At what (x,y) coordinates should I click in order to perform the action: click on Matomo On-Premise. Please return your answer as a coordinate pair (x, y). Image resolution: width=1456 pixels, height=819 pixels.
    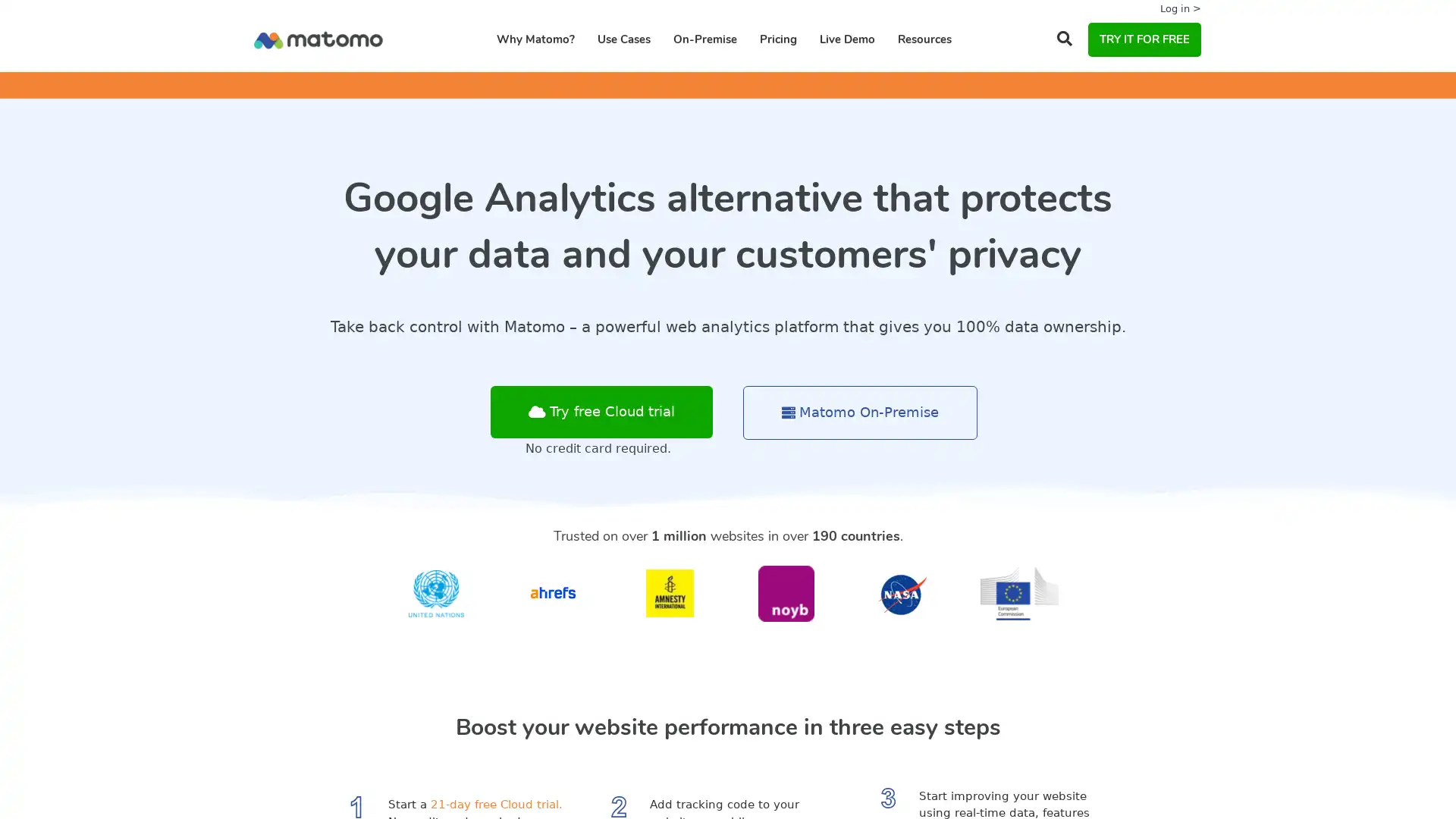
    Looking at the image, I should click on (860, 413).